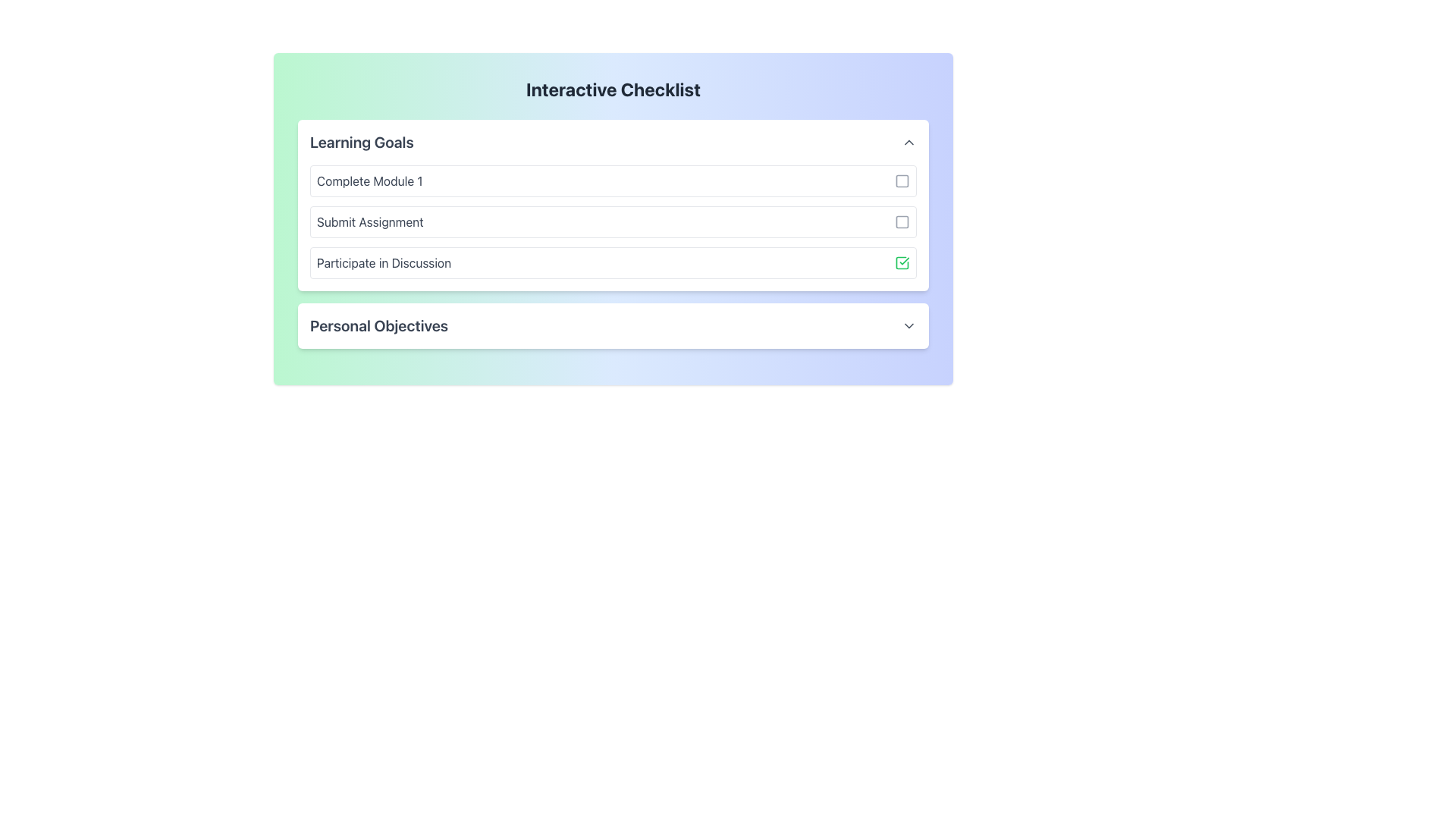 The width and height of the screenshot is (1456, 819). Describe the element at coordinates (613, 180) in the screenshot. I see `the checkbox next to the 'Complete Module 1' checklist item to mark or unmark the task` at that location.